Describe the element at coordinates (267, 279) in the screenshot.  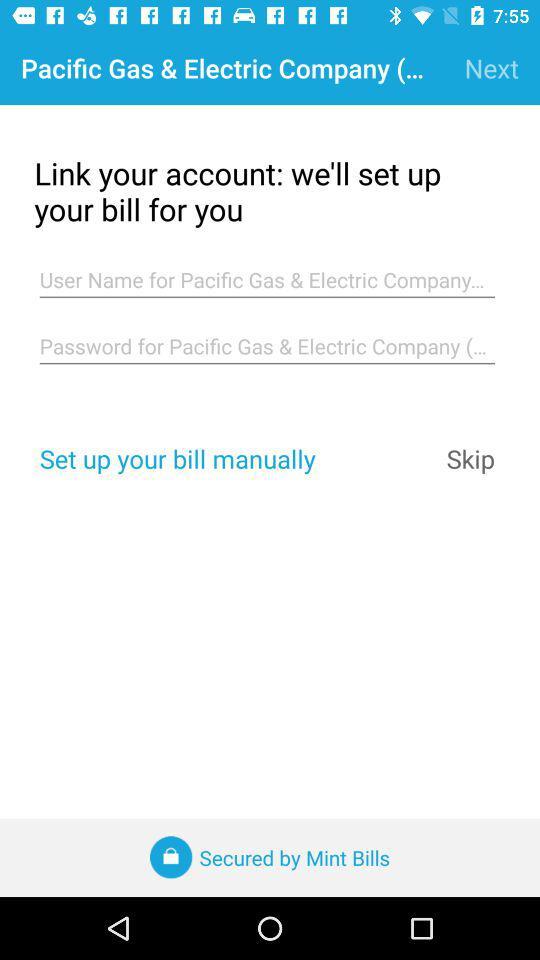
I see `the item below the link your account` at that location.